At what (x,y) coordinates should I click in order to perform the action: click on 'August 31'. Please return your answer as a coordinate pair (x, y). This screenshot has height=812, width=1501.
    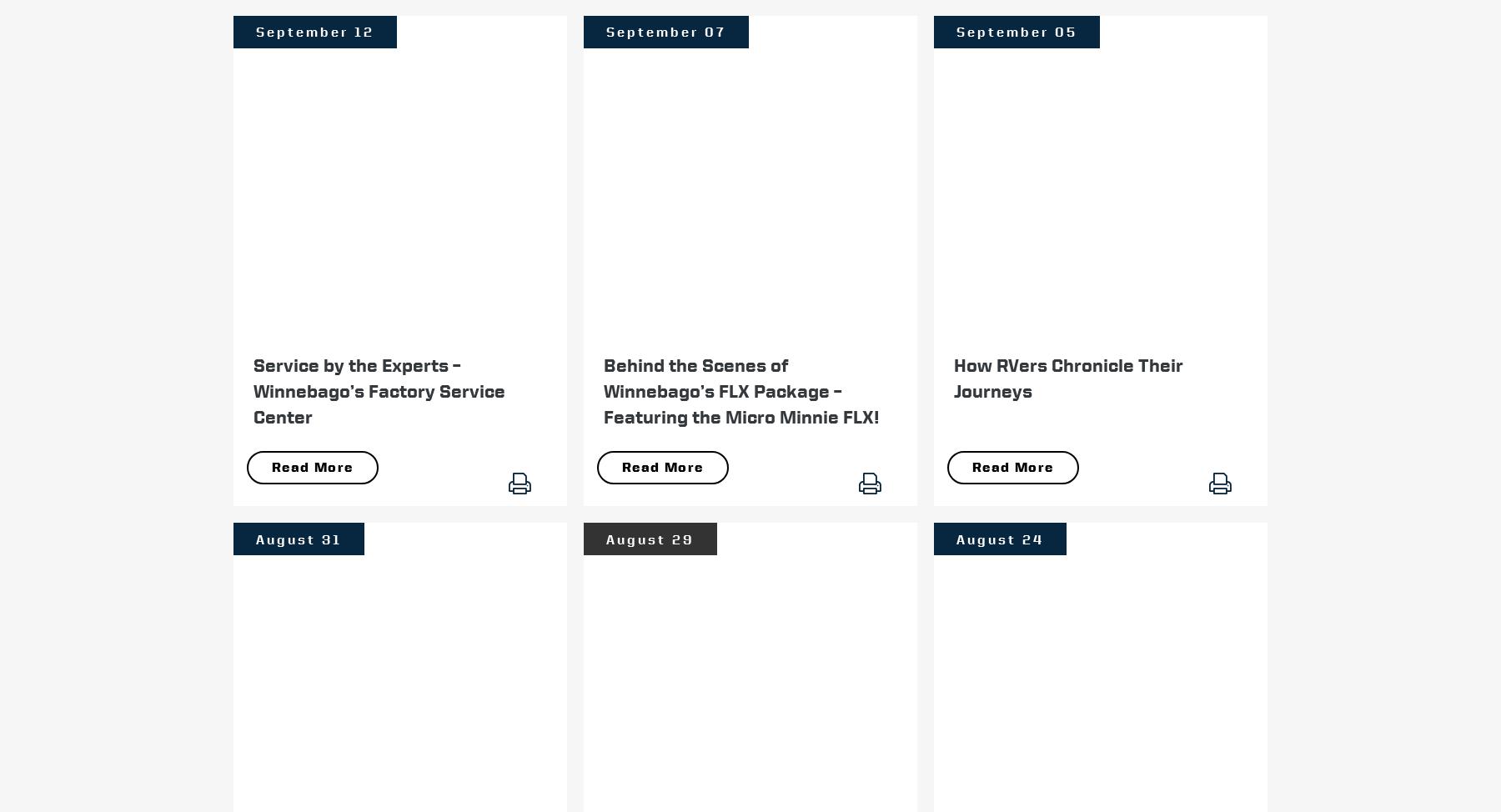
    Looking at the image, I should click on (299, 538).